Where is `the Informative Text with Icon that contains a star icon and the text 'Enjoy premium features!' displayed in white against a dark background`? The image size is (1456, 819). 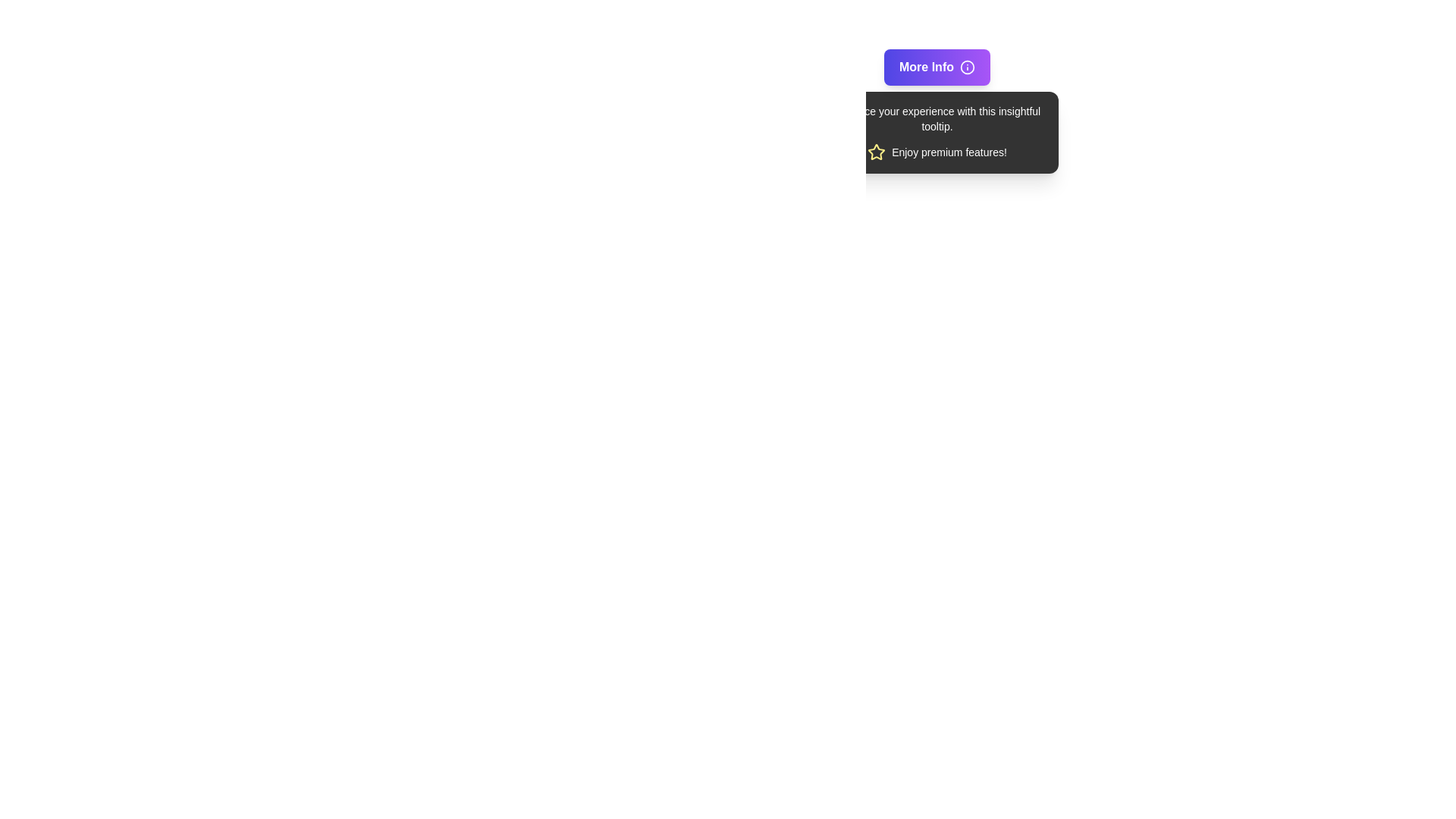 the Informative Text with Icon that contains a star icon and the text 'Enjoy premium features!' displayed in white against a dark background is located at coordinates (937, 152).